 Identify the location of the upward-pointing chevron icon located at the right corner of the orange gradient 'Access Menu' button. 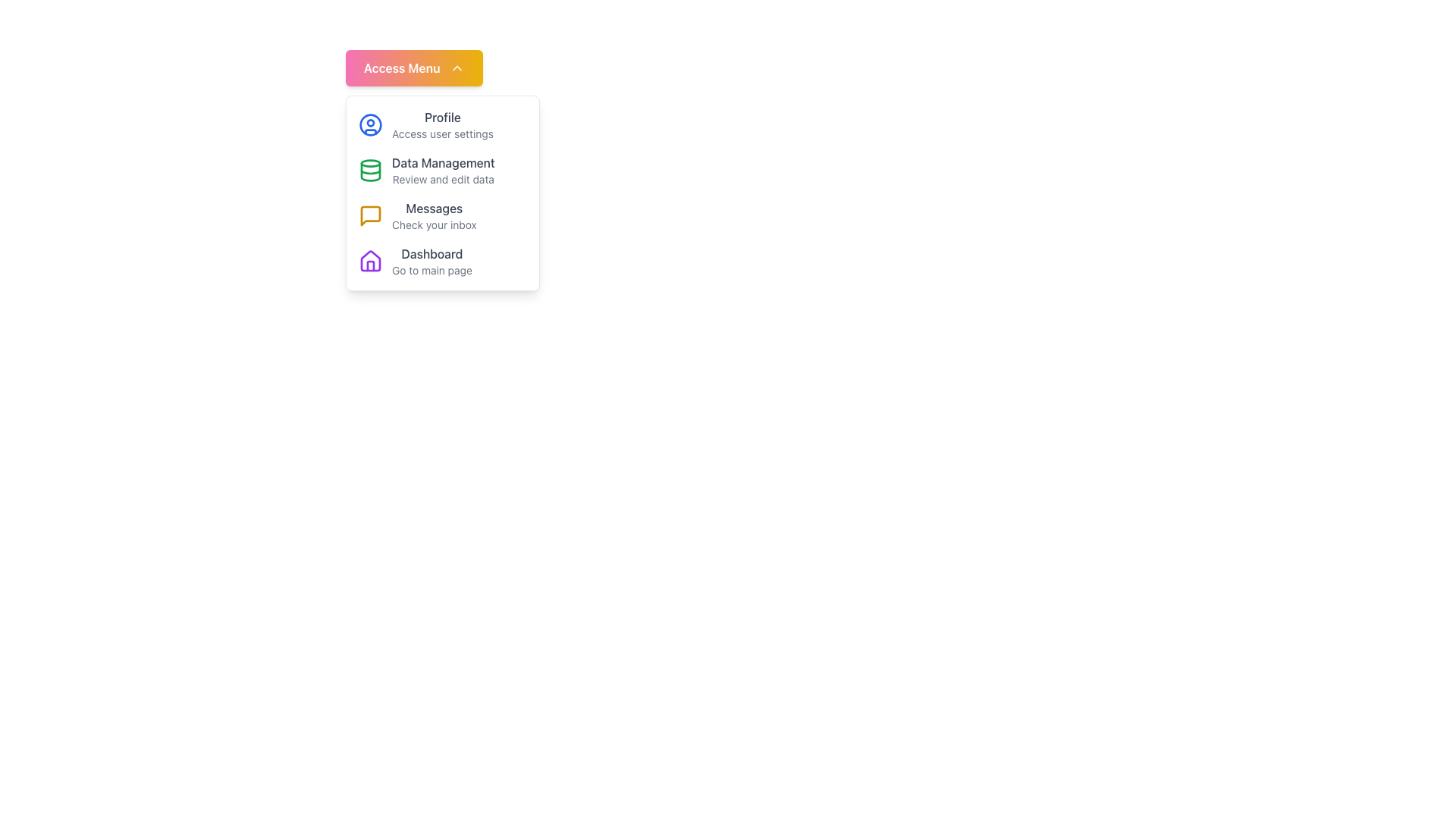
(456, 67).